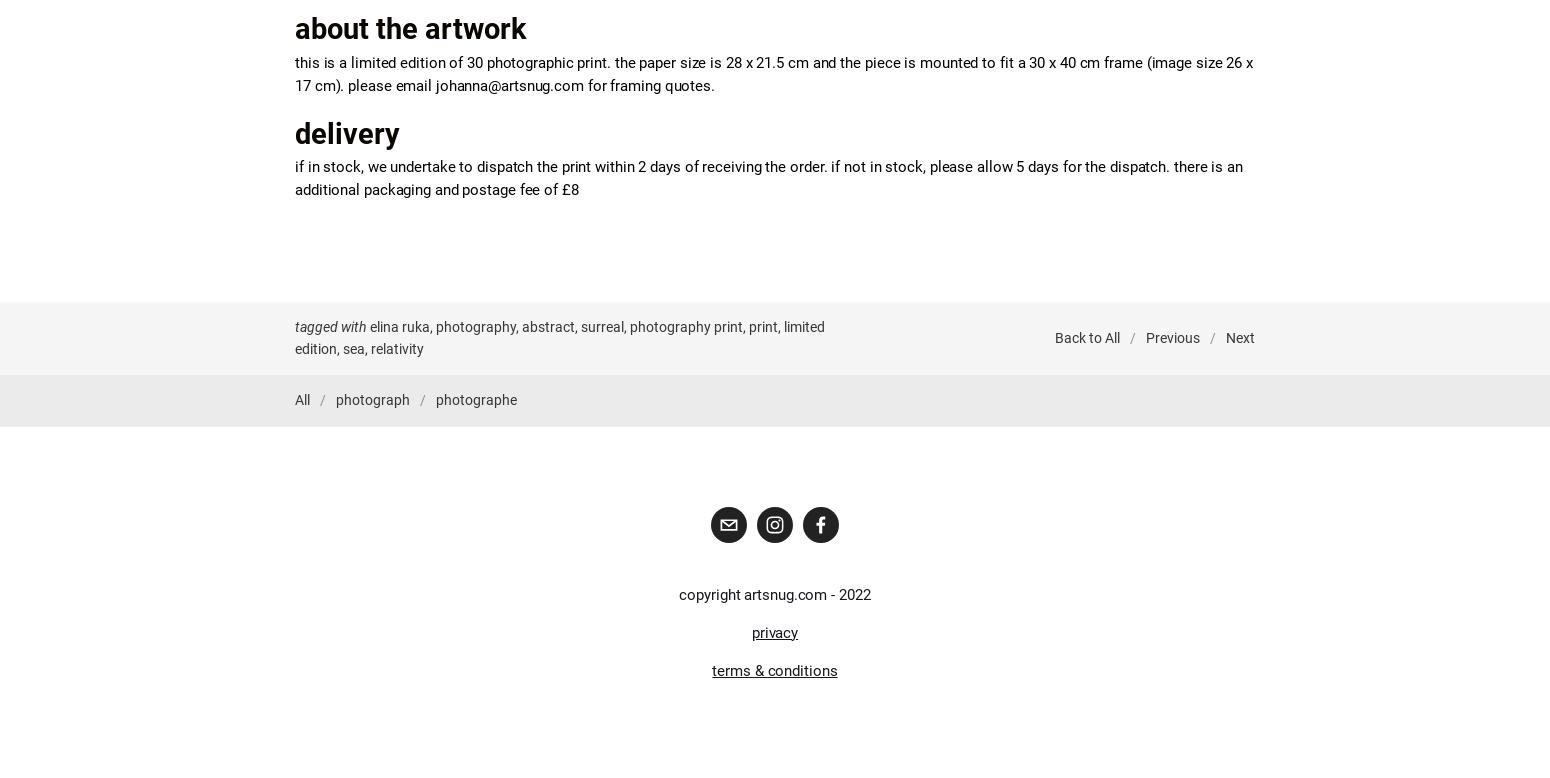 The image size is (1550, 778). What do you see at coordinates (774, 630) in the screenshot?
I see `'privacy'` at bounding box center [774, 630].